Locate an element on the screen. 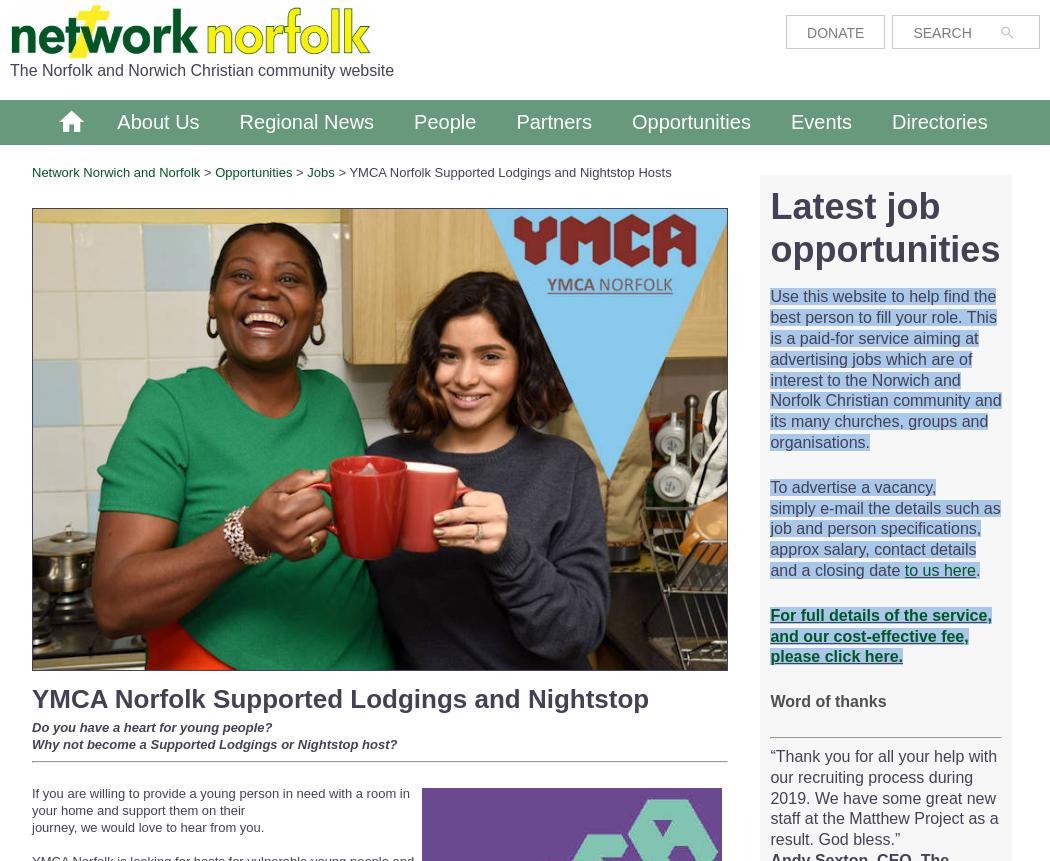 The image size is (1050, 861). 'To advertise a vacancy, simply e-mail the details such as job and person specifications, approx salary, contact details and a closing date' is located at coordinates (884, 527).